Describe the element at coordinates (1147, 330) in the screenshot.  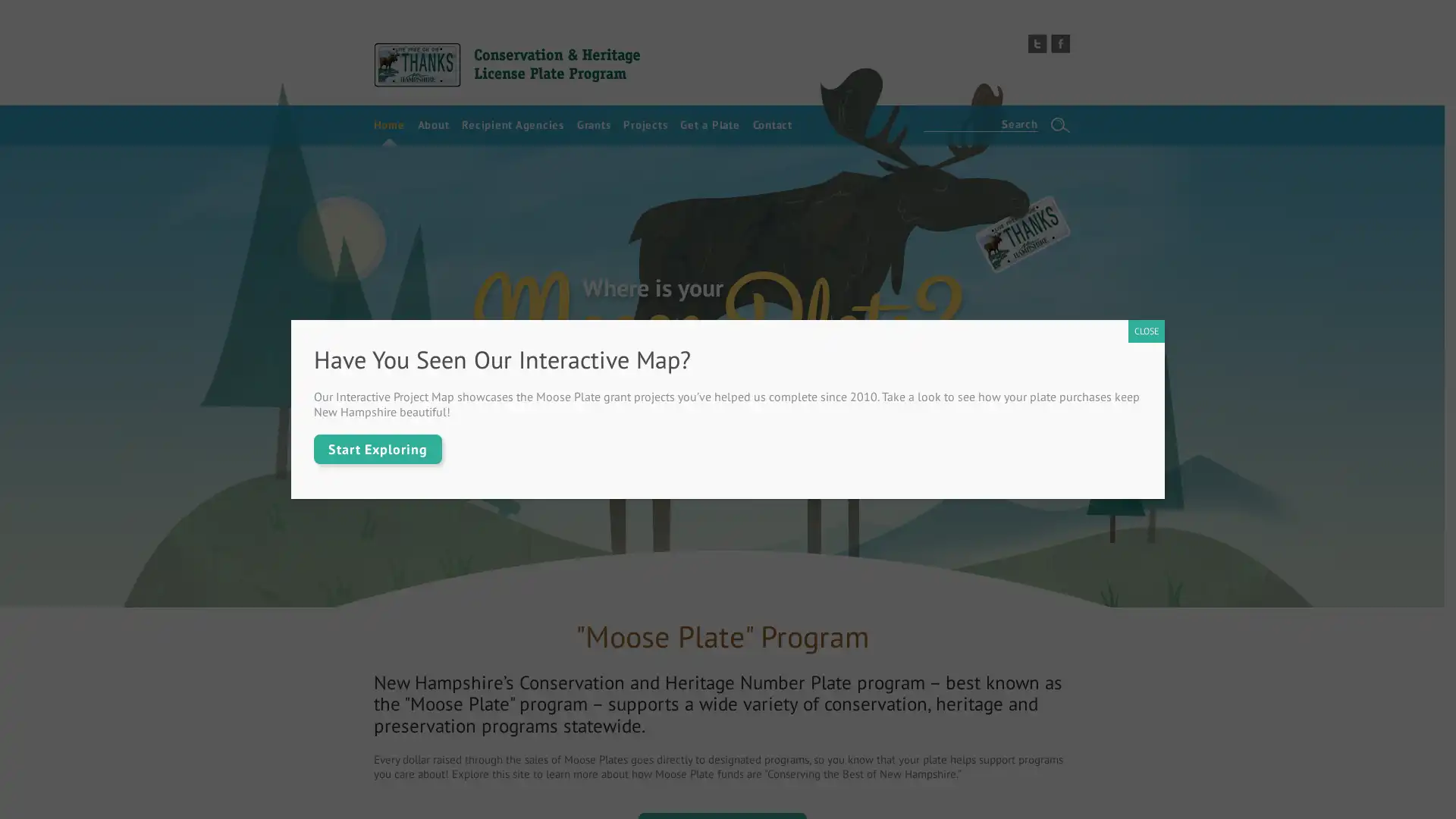
I see `Close` at that location.